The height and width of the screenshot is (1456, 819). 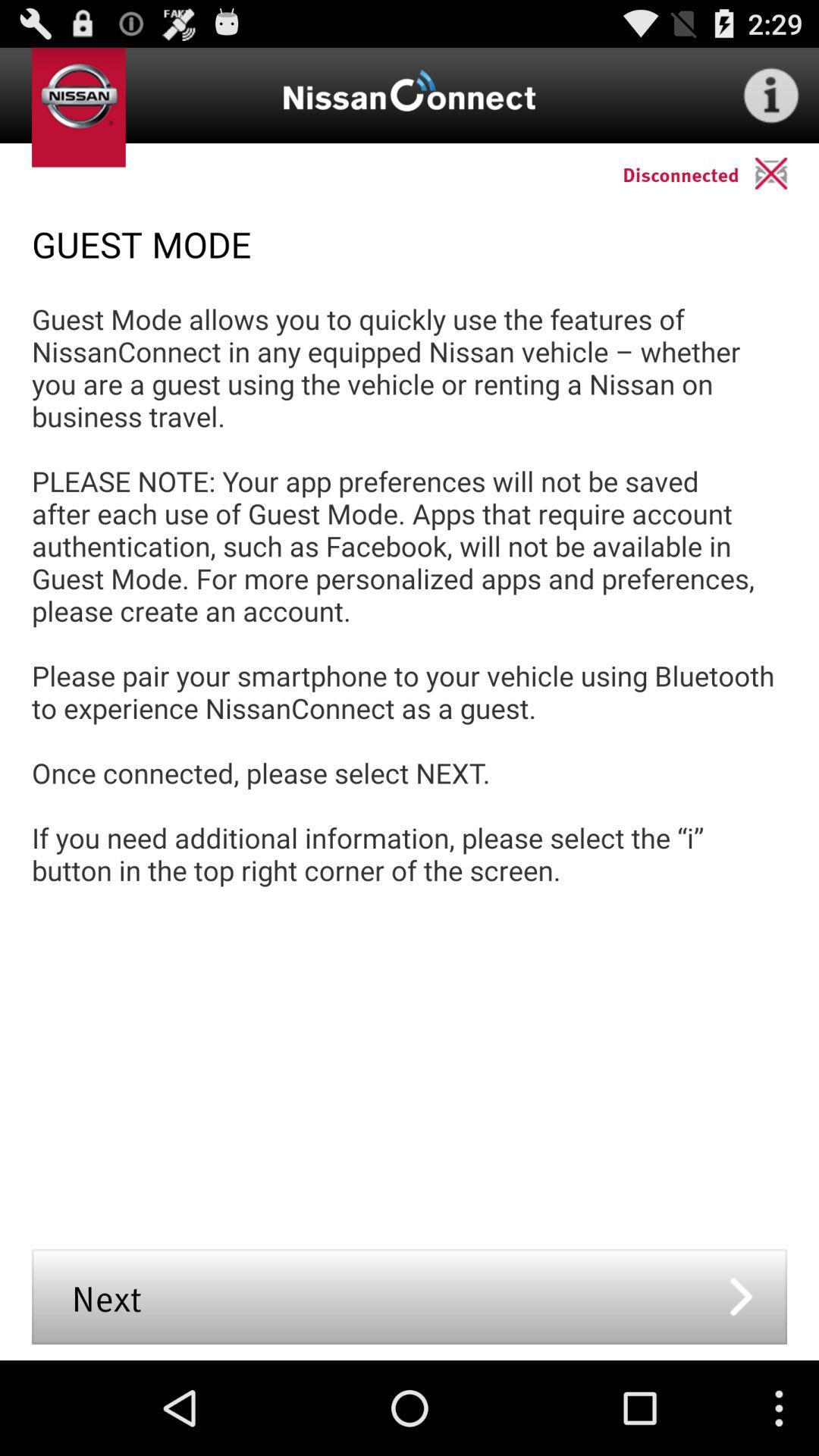 I want to click on icon next to the disconnected icon, so click(x=786, y=173).